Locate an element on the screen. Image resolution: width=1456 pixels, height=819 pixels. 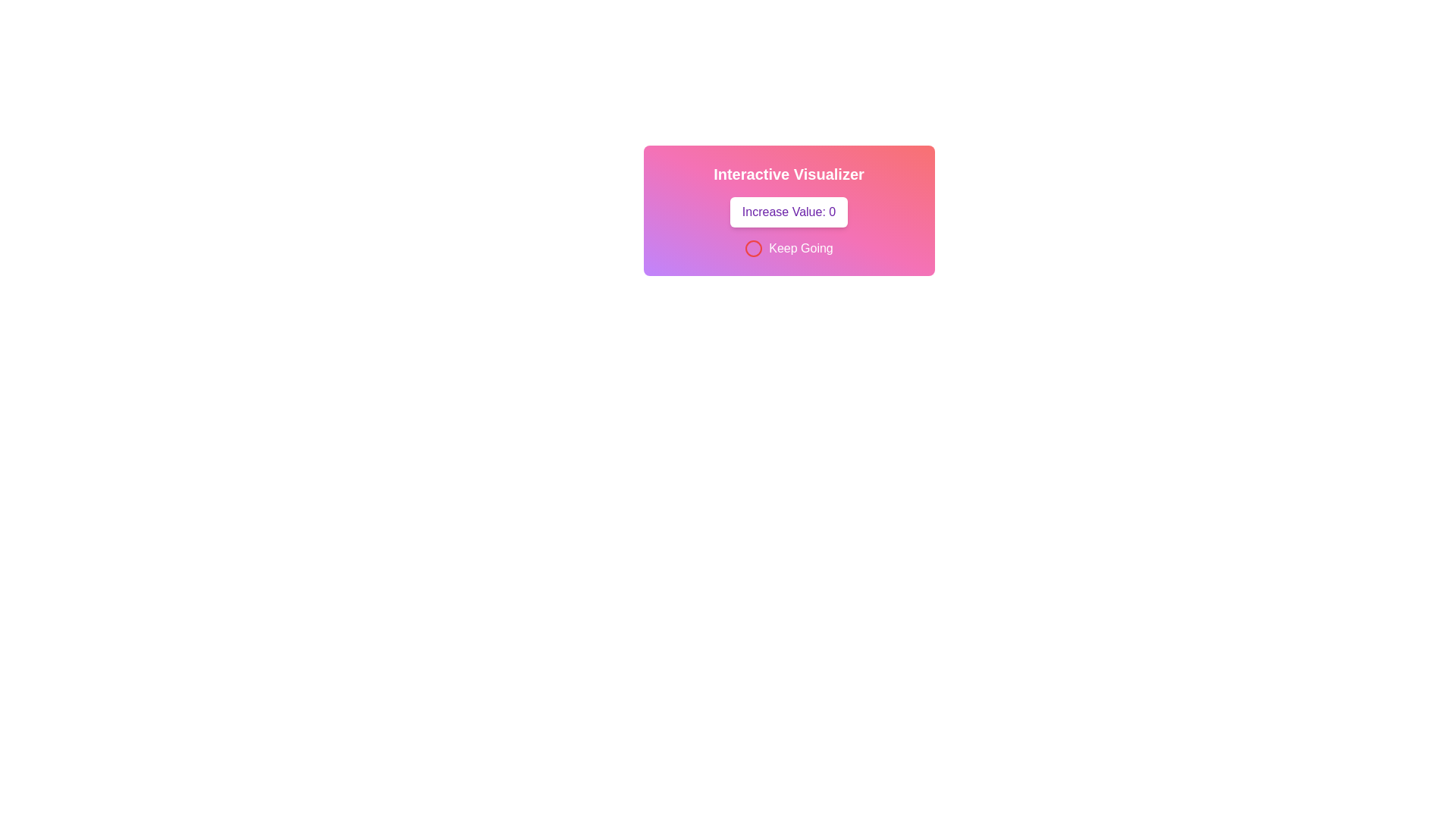
the interactive vector graphic circle located within the 'Keep Going' button, which has a thin border and a diameter of approximately 20 pixels is located at coordinates (754, 247).